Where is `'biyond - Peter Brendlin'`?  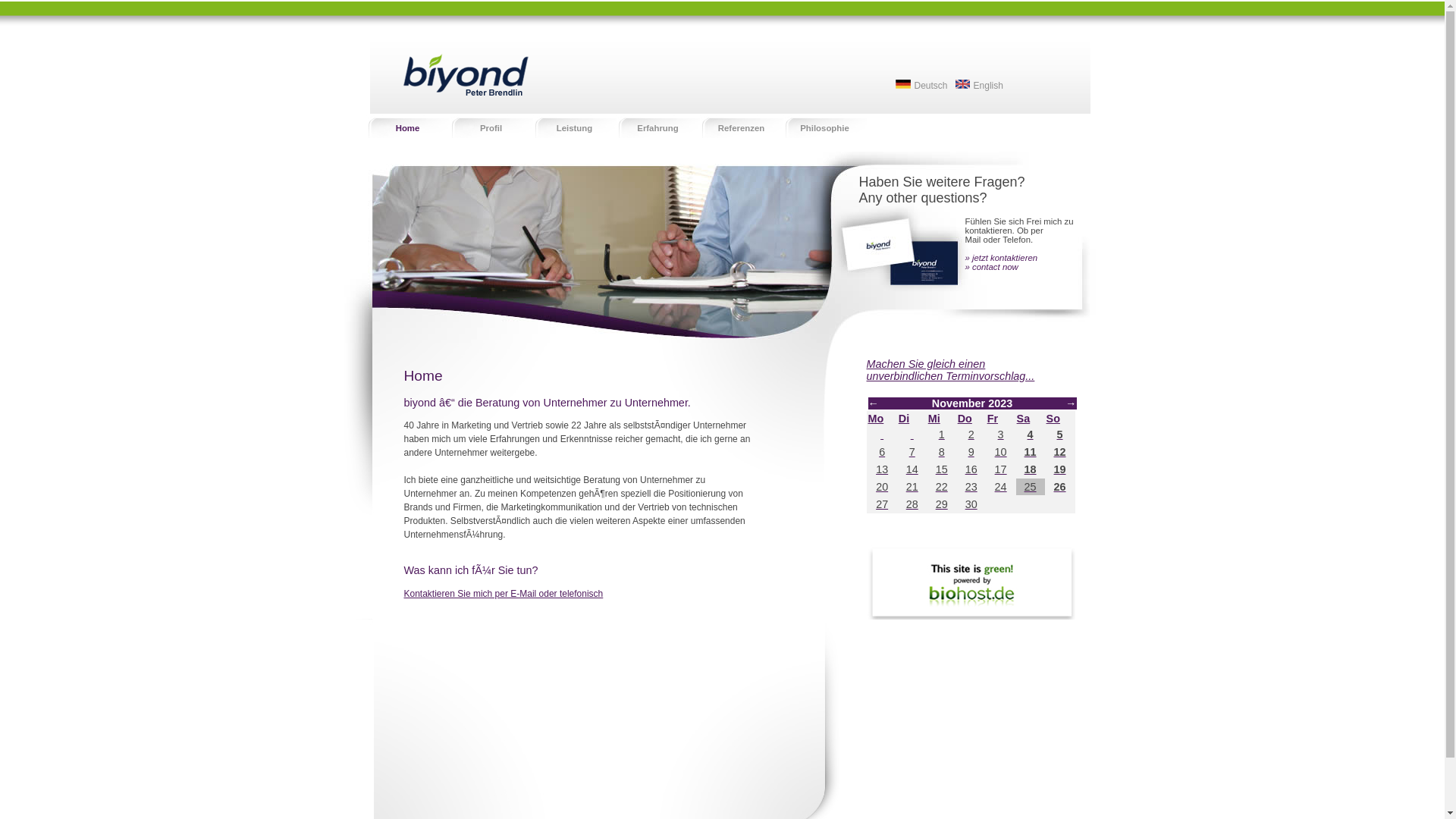 'biyond - Peter Brendlin' is located at coordinates (450, 61).